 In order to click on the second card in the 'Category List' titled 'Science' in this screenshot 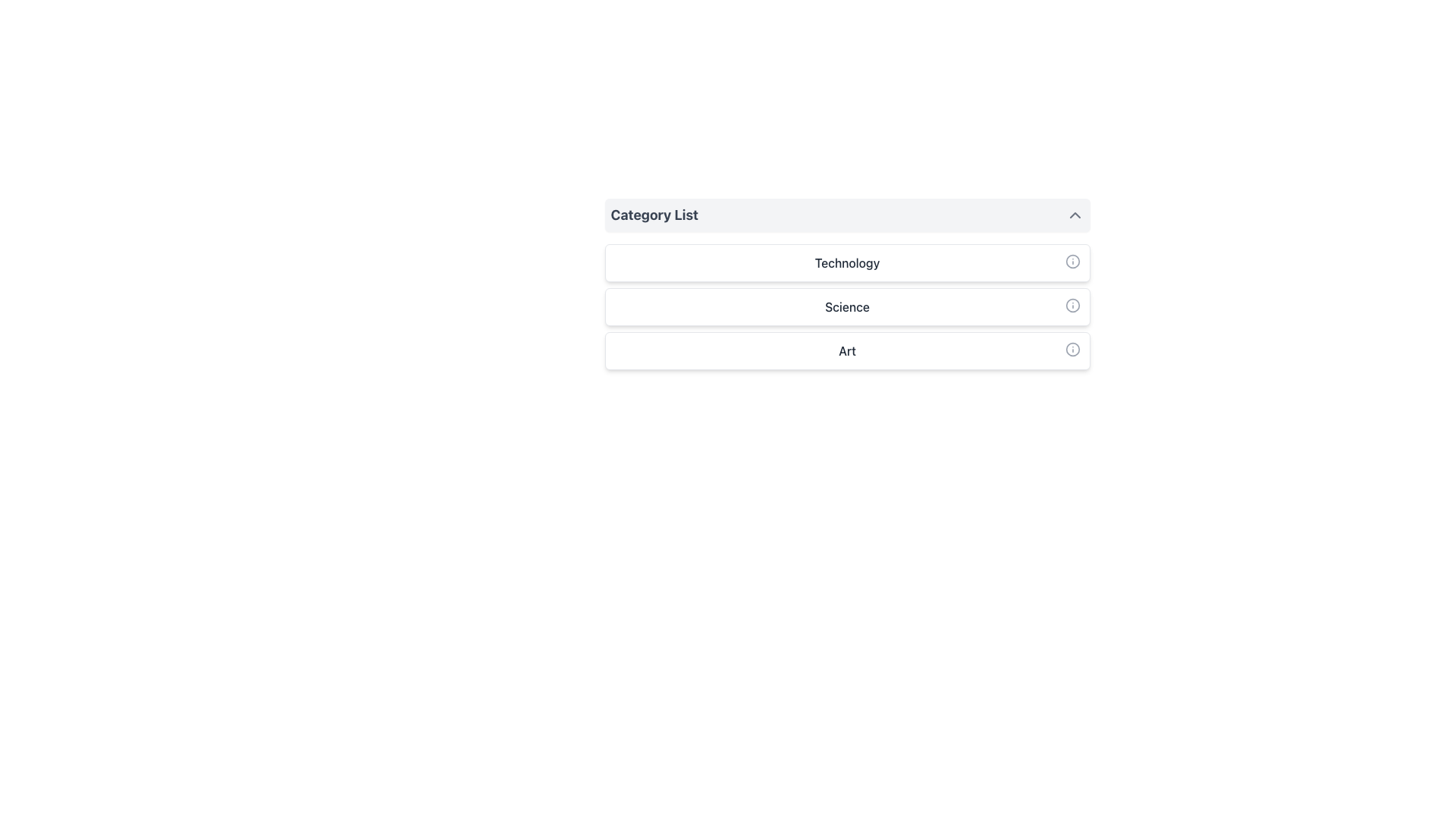, I will do `click(846, 307)`.